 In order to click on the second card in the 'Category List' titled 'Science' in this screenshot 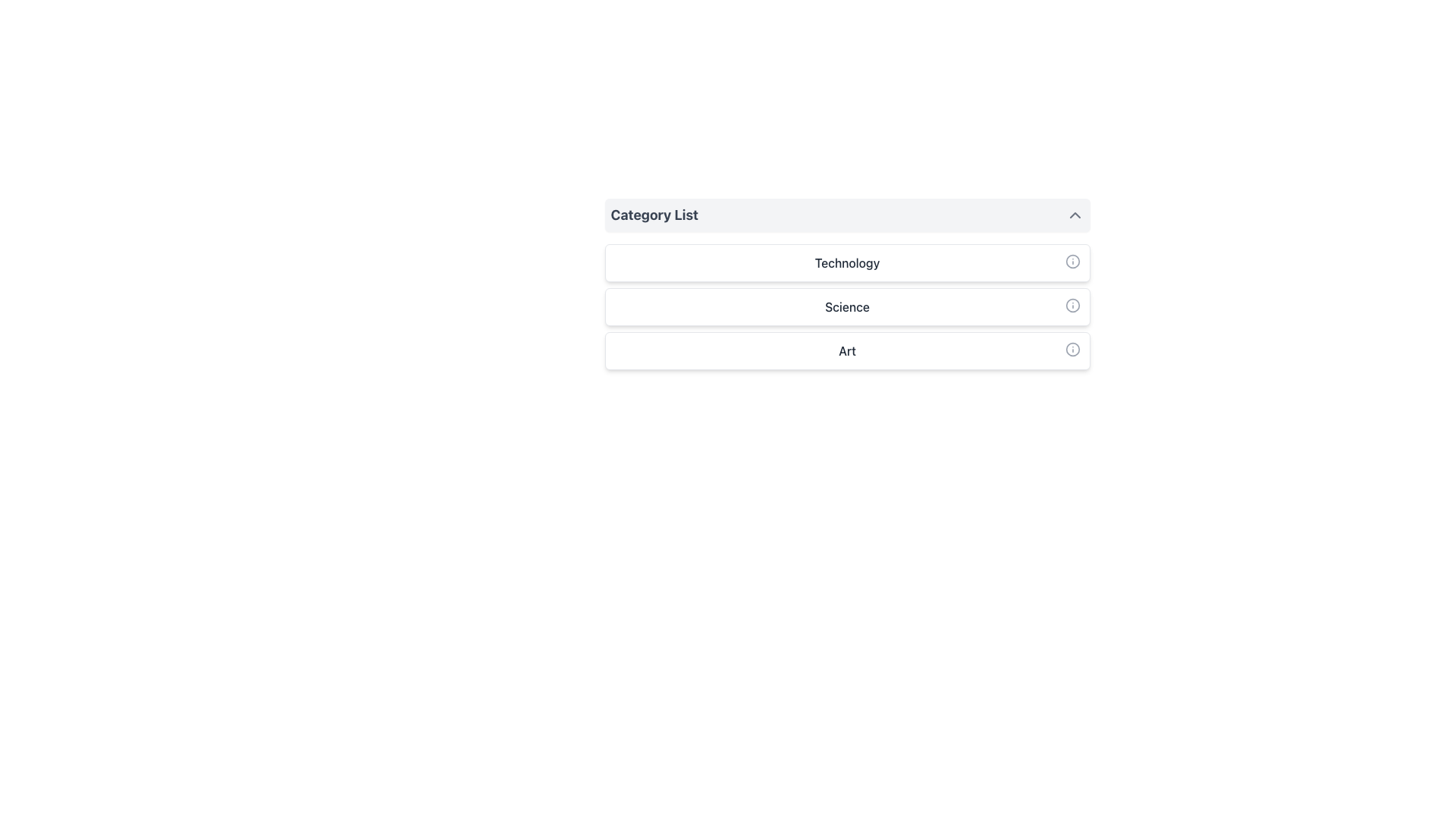, I will do `click(846, 307)`.